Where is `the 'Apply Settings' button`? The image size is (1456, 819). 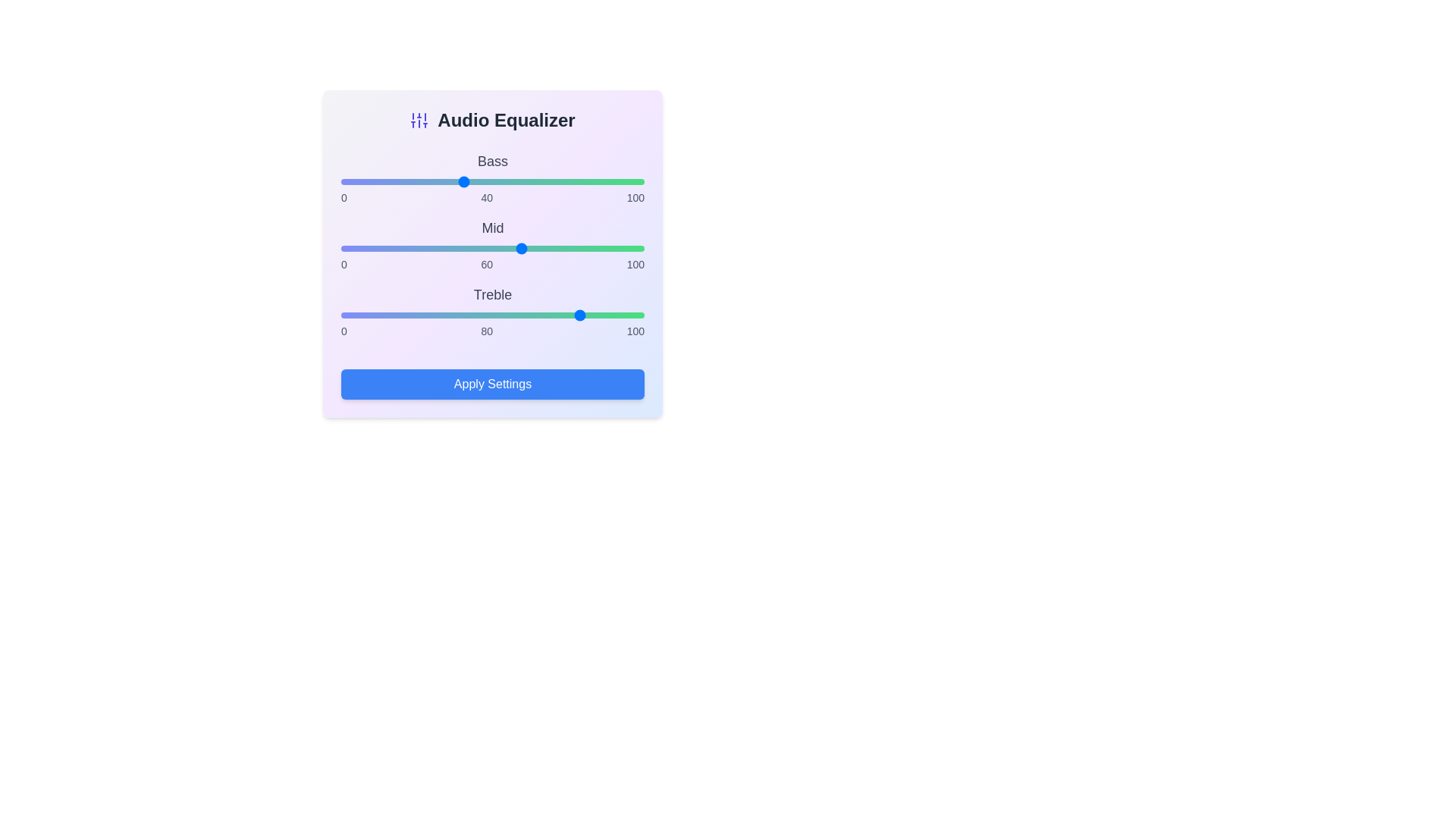
the 'Apply Settings' button is located at coordinates (492, 383).